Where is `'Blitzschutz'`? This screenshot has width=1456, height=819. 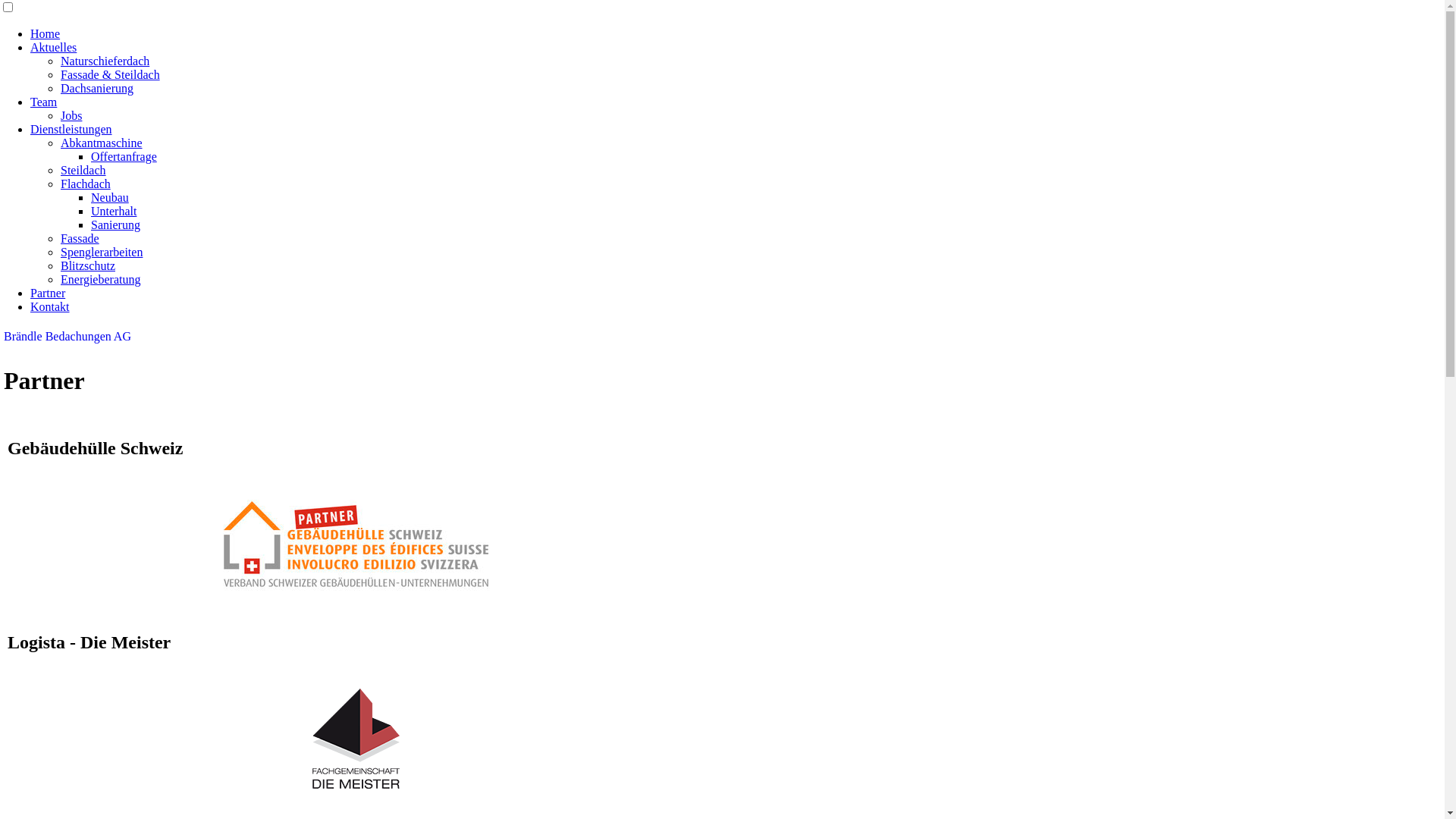 'Blitzschutz' is located at coordinates (86, 265).